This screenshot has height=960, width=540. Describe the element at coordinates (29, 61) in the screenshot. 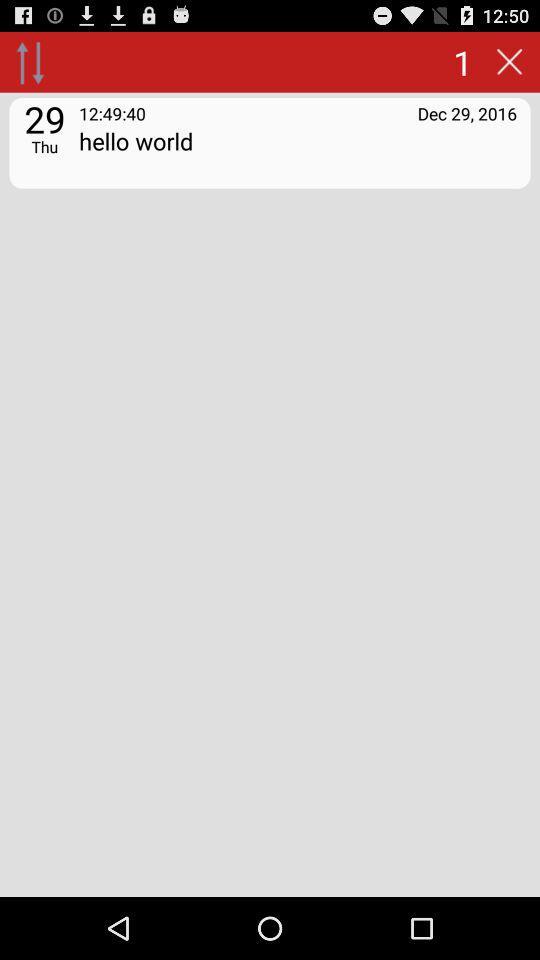

I see `go up/down` at that location.